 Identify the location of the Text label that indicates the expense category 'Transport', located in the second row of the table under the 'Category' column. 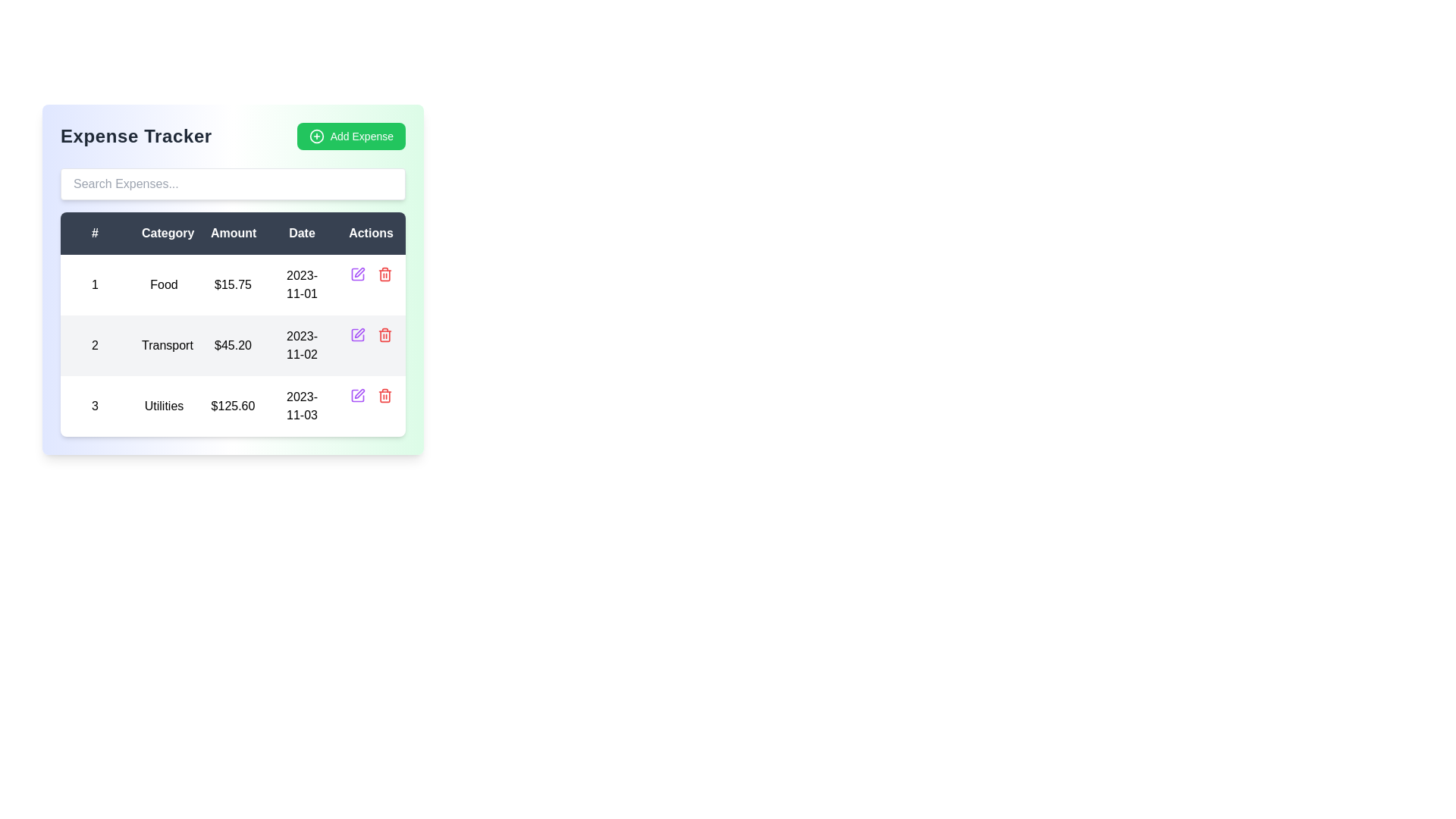
(164, 345).